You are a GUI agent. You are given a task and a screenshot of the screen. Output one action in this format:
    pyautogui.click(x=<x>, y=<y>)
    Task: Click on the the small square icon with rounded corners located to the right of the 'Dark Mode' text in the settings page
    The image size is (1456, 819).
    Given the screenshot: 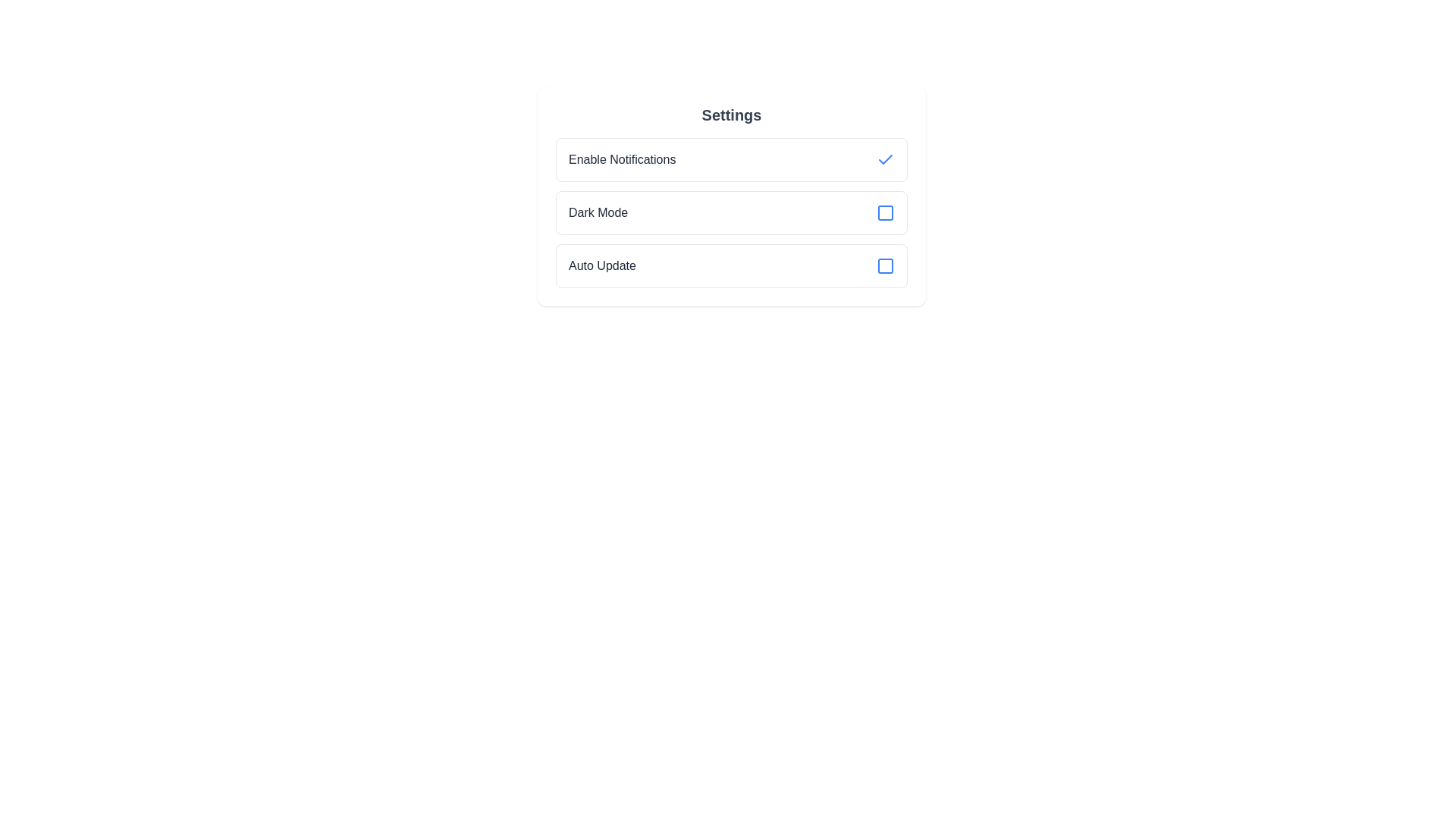 What is the action you would take?
    pyautogui.click(x=885, y=213)
    